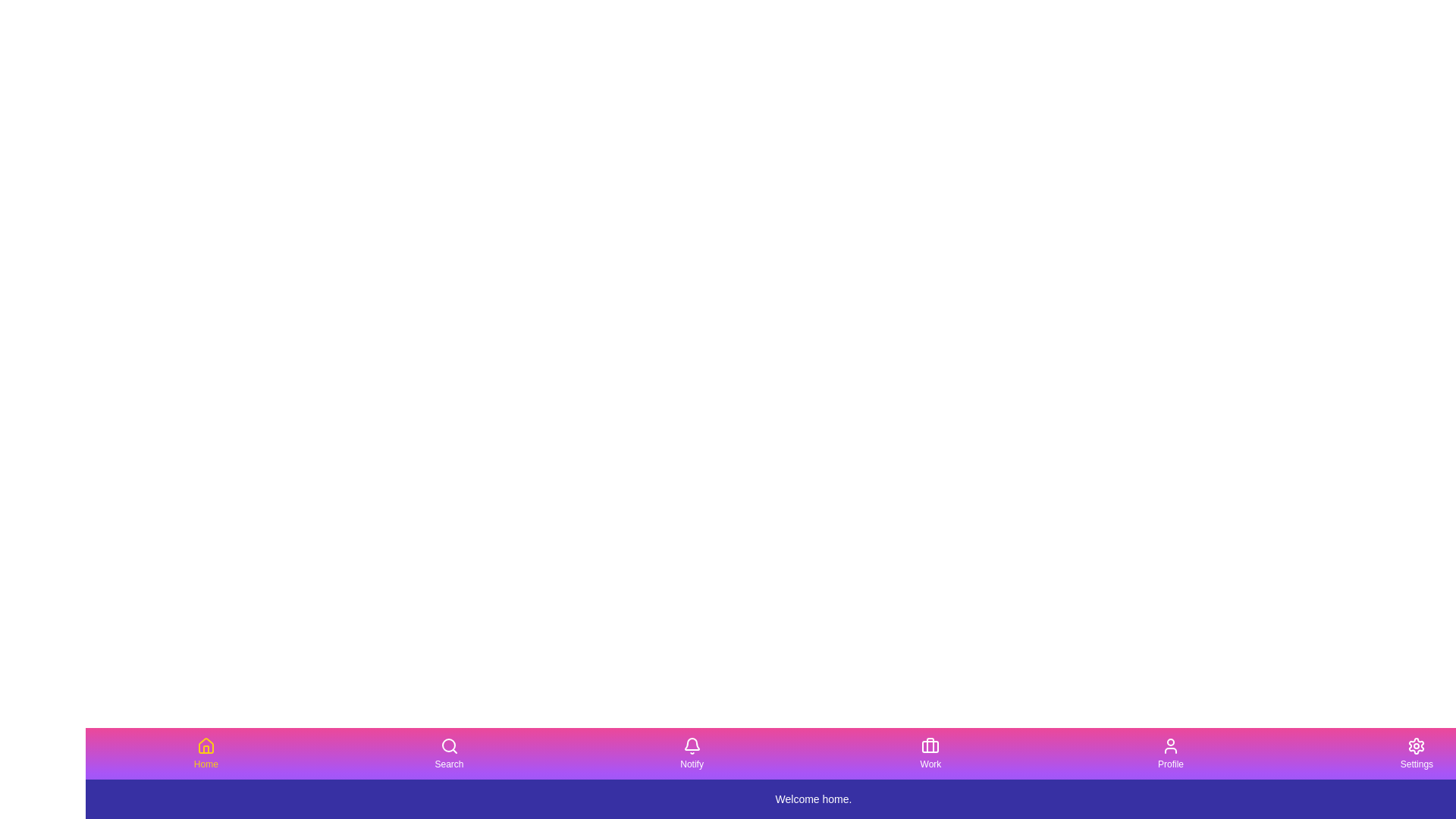  I want to click on the tab labeled Settings by clicking its button, so click(1415, 754).